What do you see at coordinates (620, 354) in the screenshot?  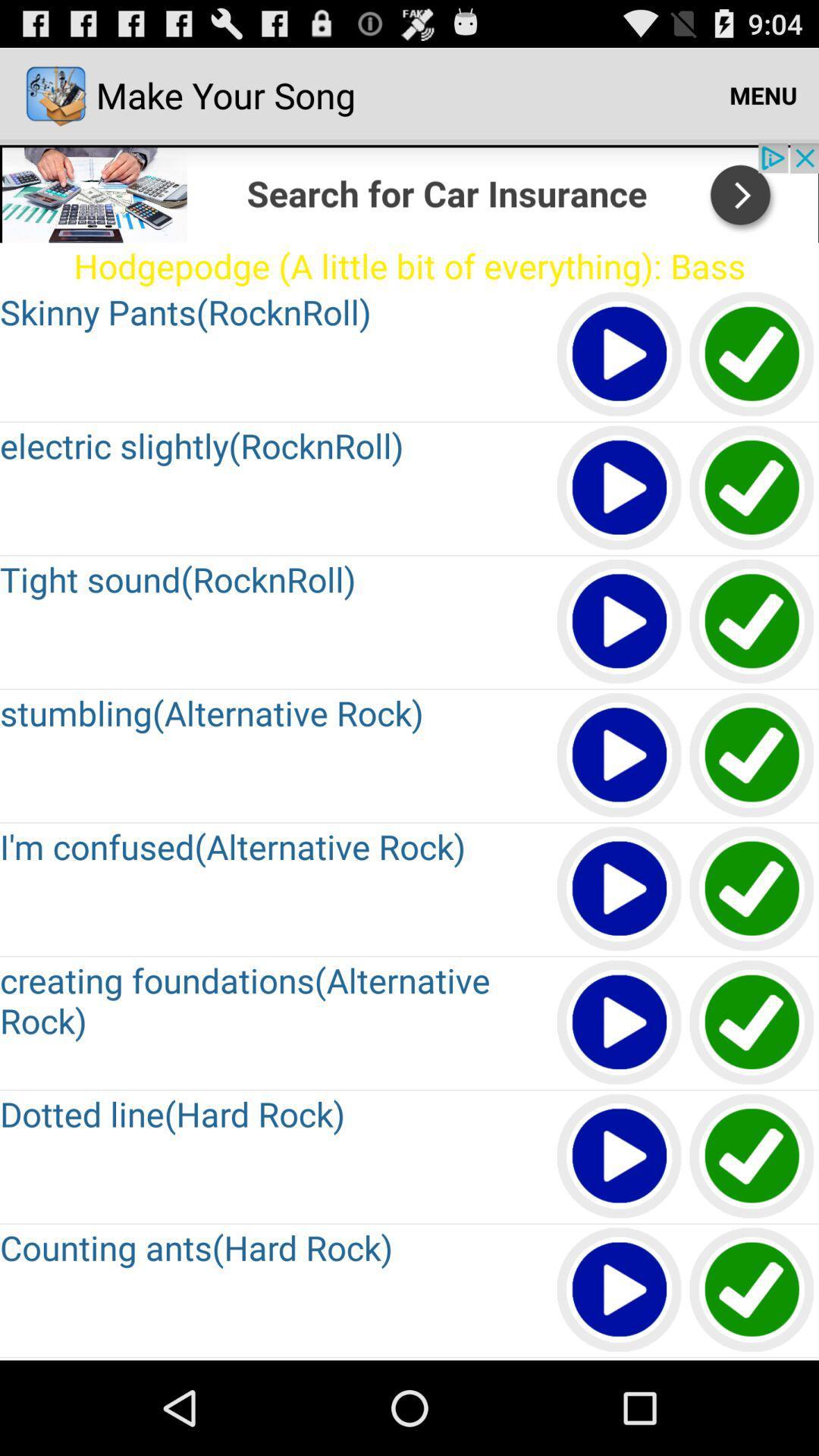 I see `clip` at bounding box center [620, 354].